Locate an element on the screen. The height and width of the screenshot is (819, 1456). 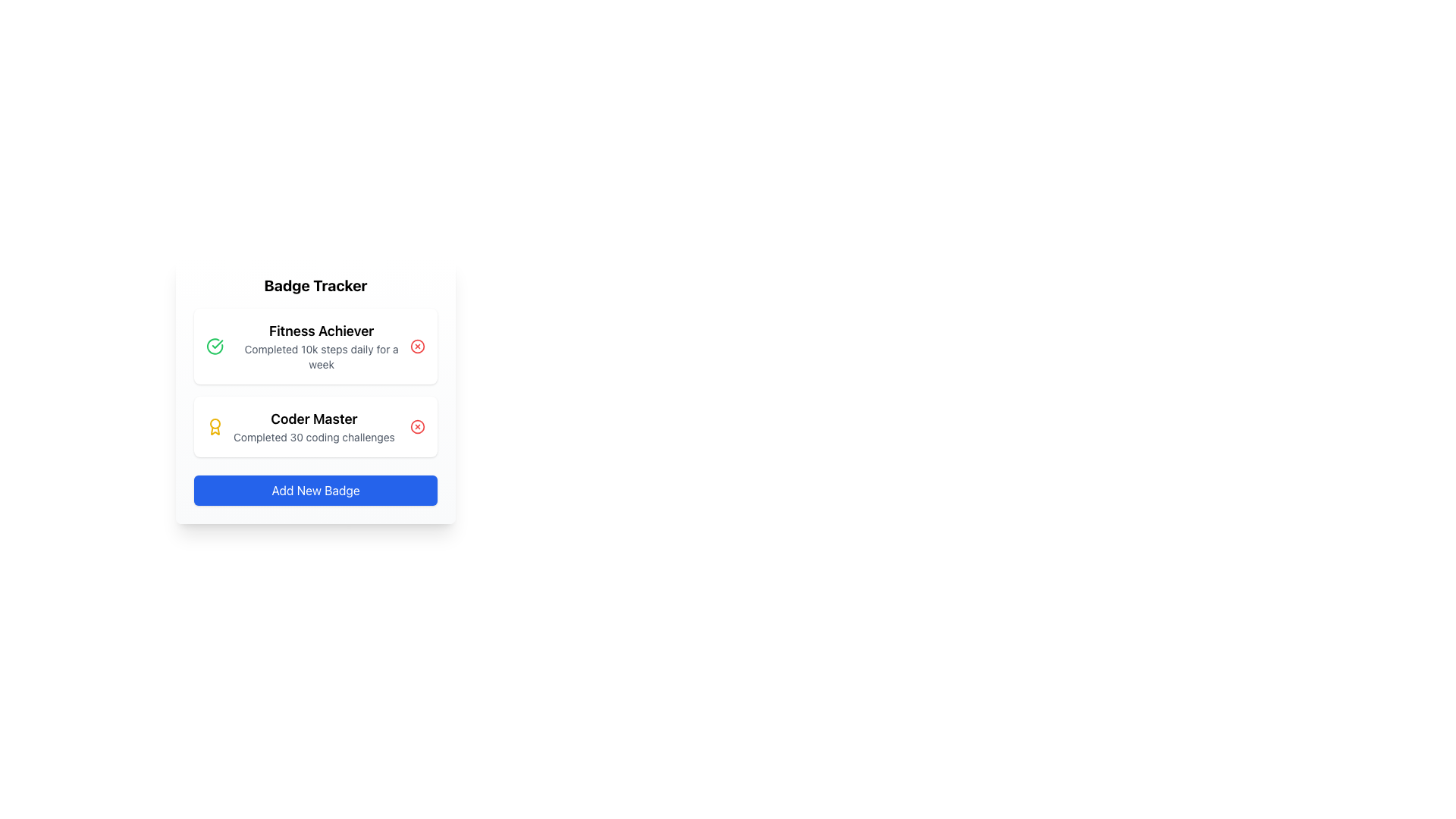
the 'Coder Master' badge element that displays the achievement title and description, located in the badge tracker interface is located at coordinates (300, 427).